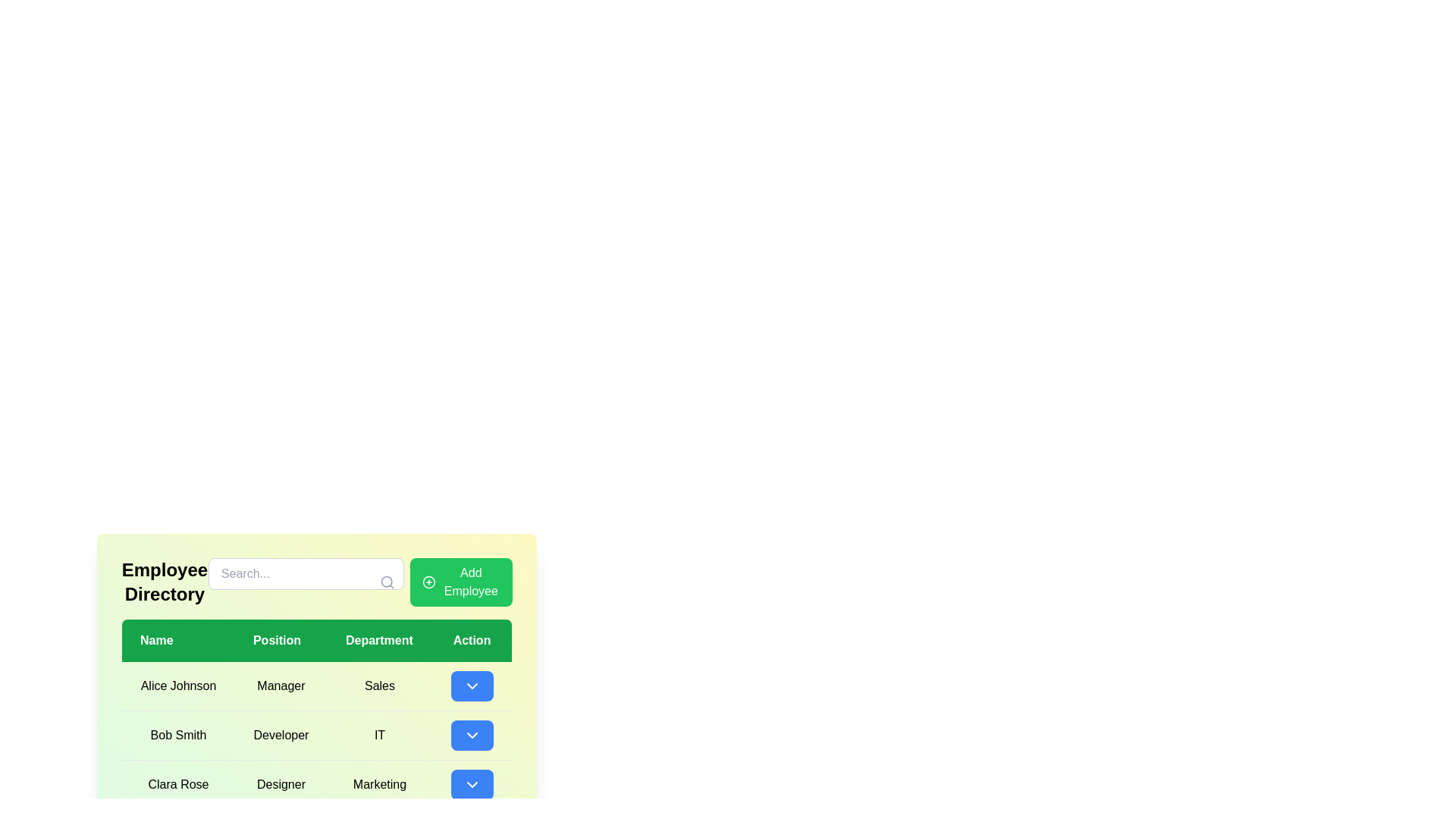  I want to click on the search icon located to the right of the 'Search...' placeholder text in the search bar, so click(387, 581).